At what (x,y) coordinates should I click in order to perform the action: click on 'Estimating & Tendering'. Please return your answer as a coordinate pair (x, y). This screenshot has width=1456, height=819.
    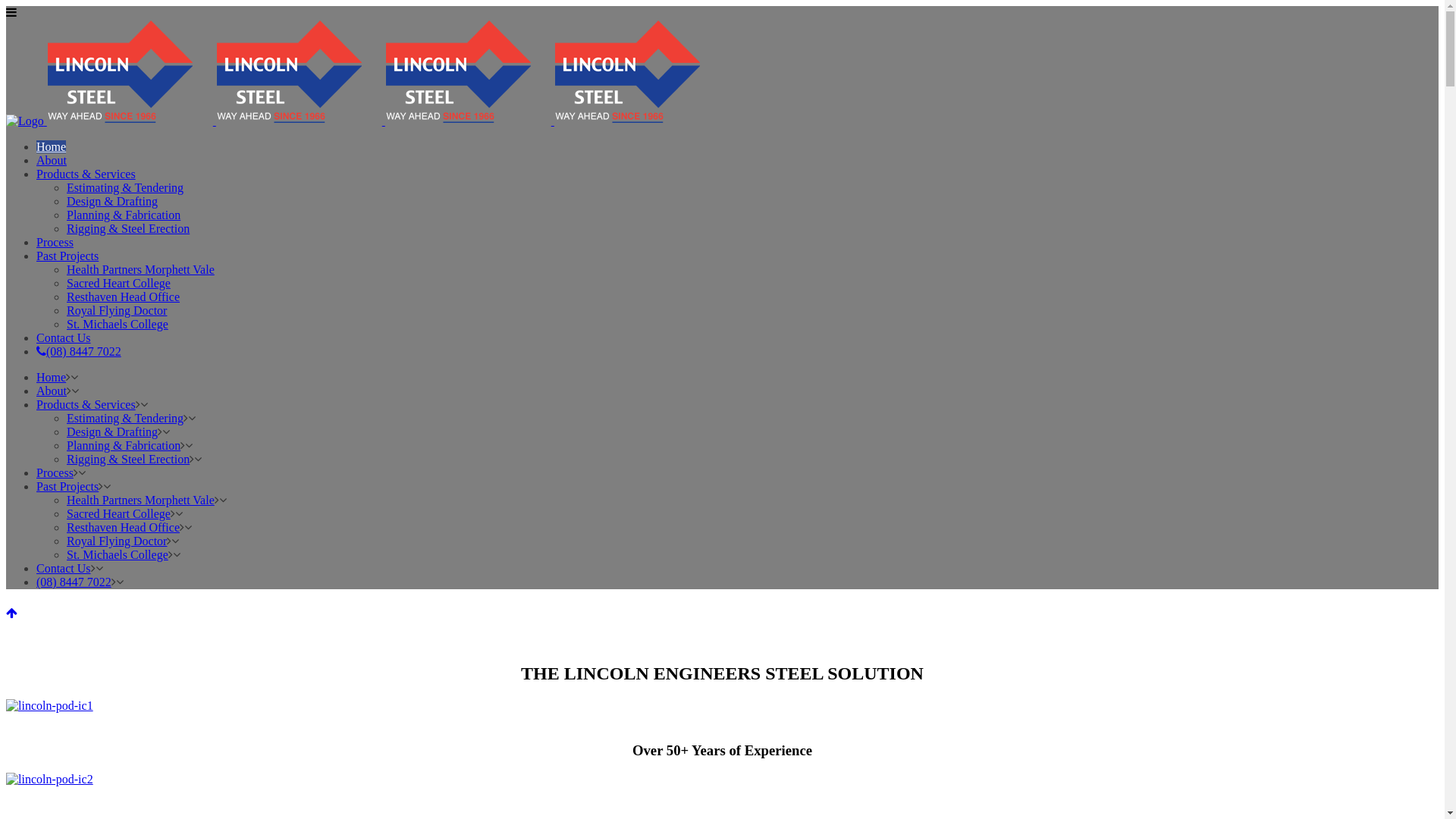
    Looking at the image, I should click on (65, 418).